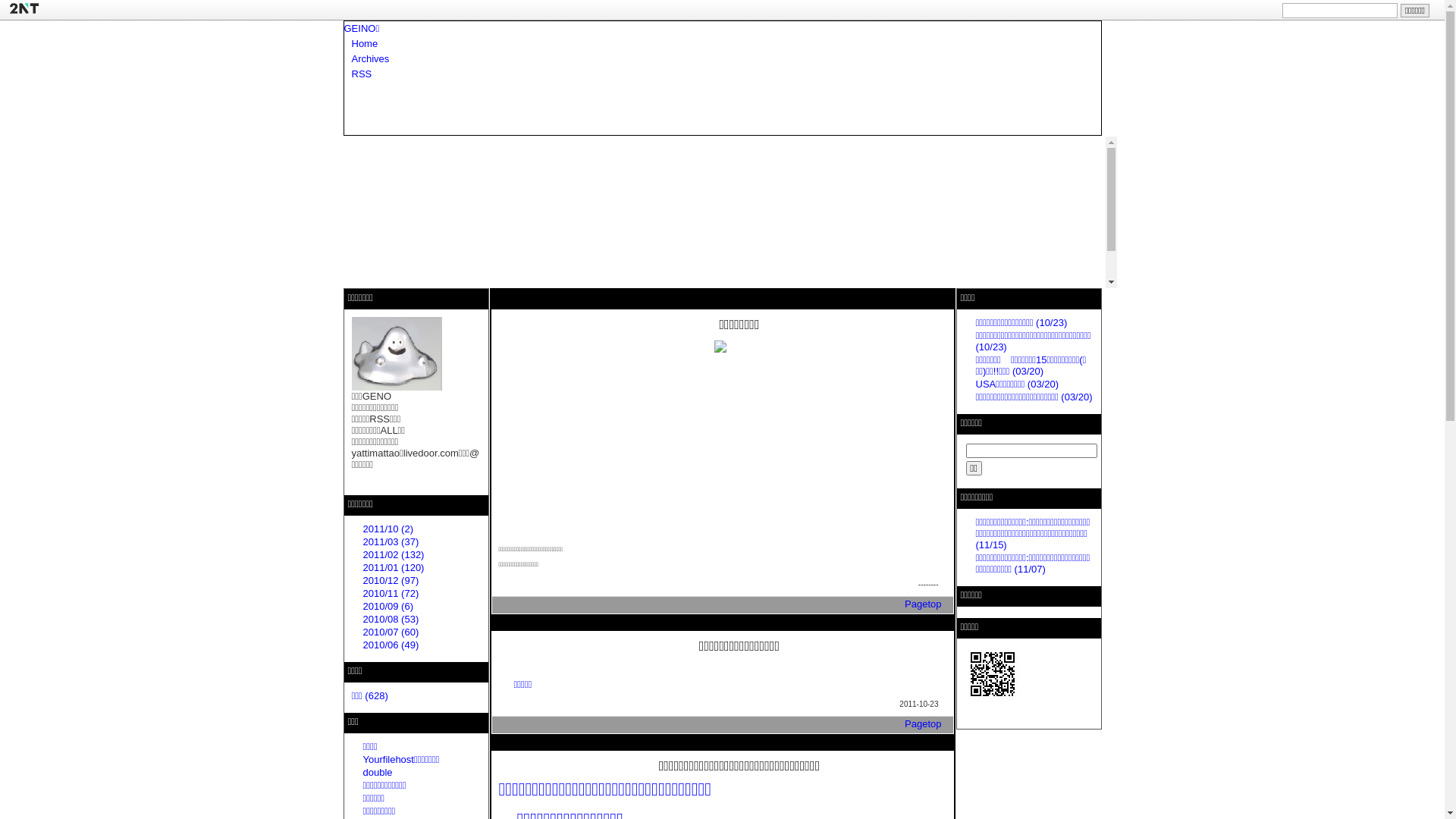 The height and width of the screenshot is (819, 1456). Describe the element at coordinates (390, 645) in the screenshot. I see `'2010/06 (49)'` at that location.